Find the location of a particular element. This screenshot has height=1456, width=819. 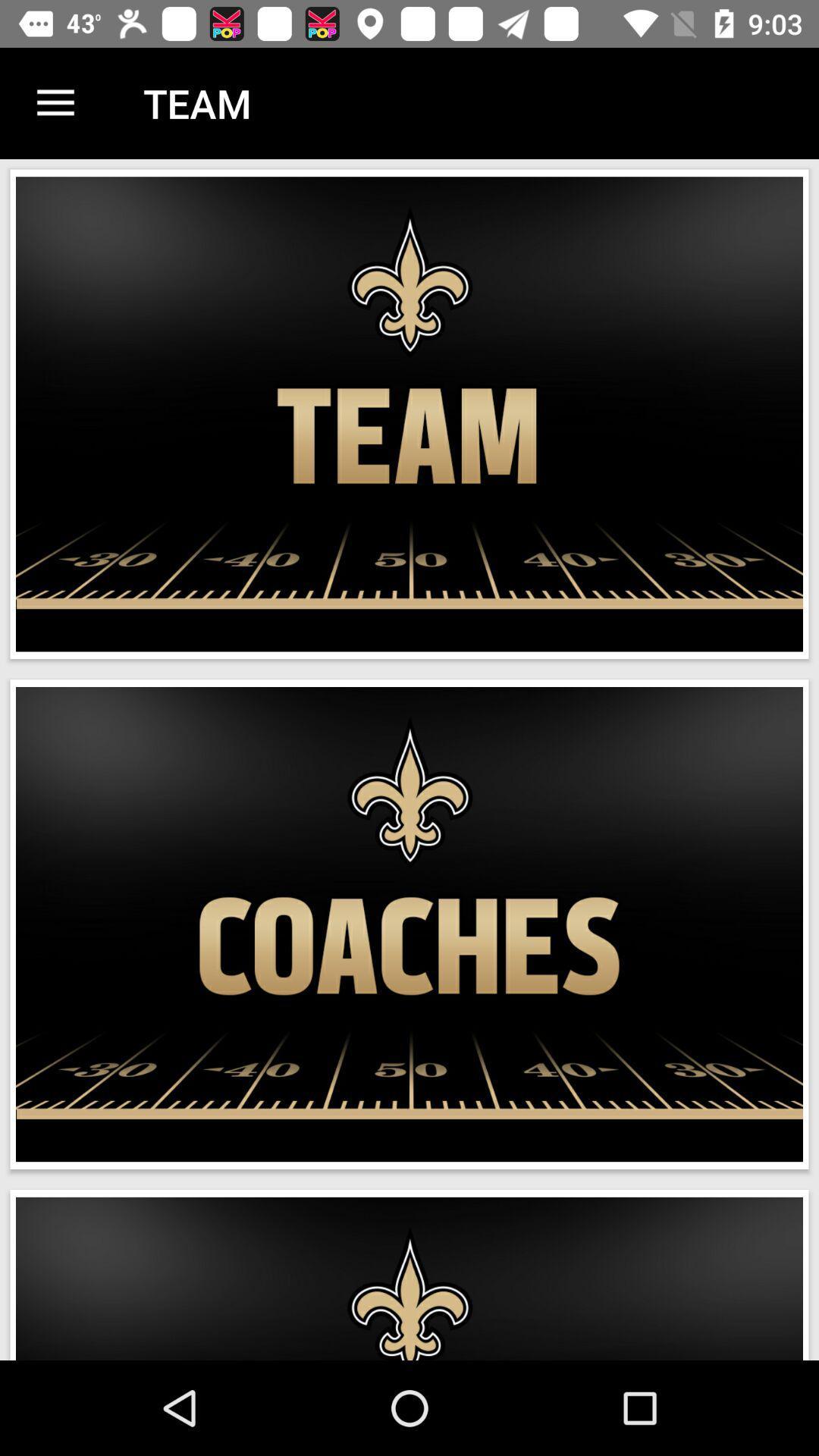

icon to the left of team icon is located at coordinates (55, 102).